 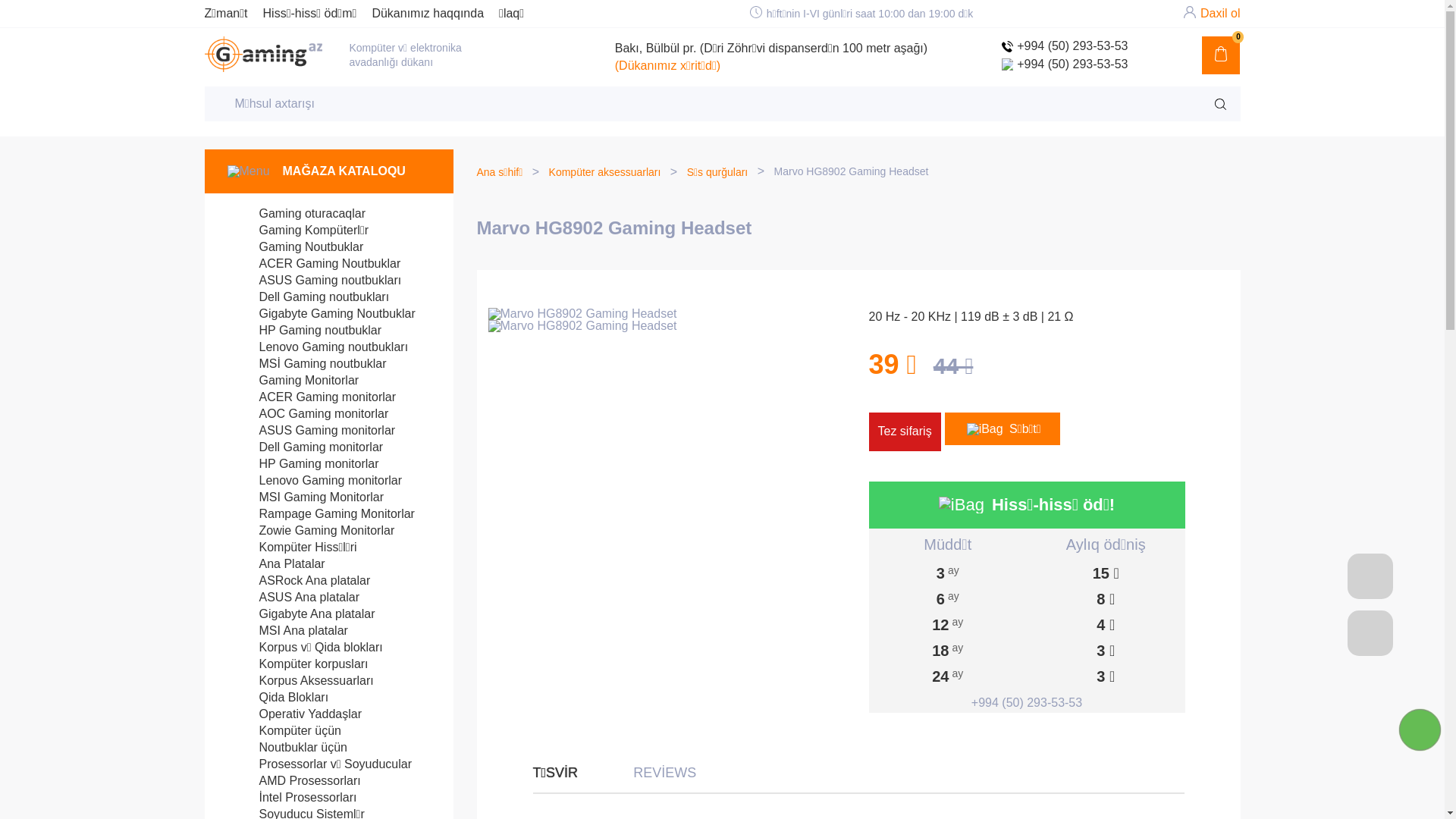 I want to click on 'ACER Gaming Noutbuklar', so click(x=313, y=262).